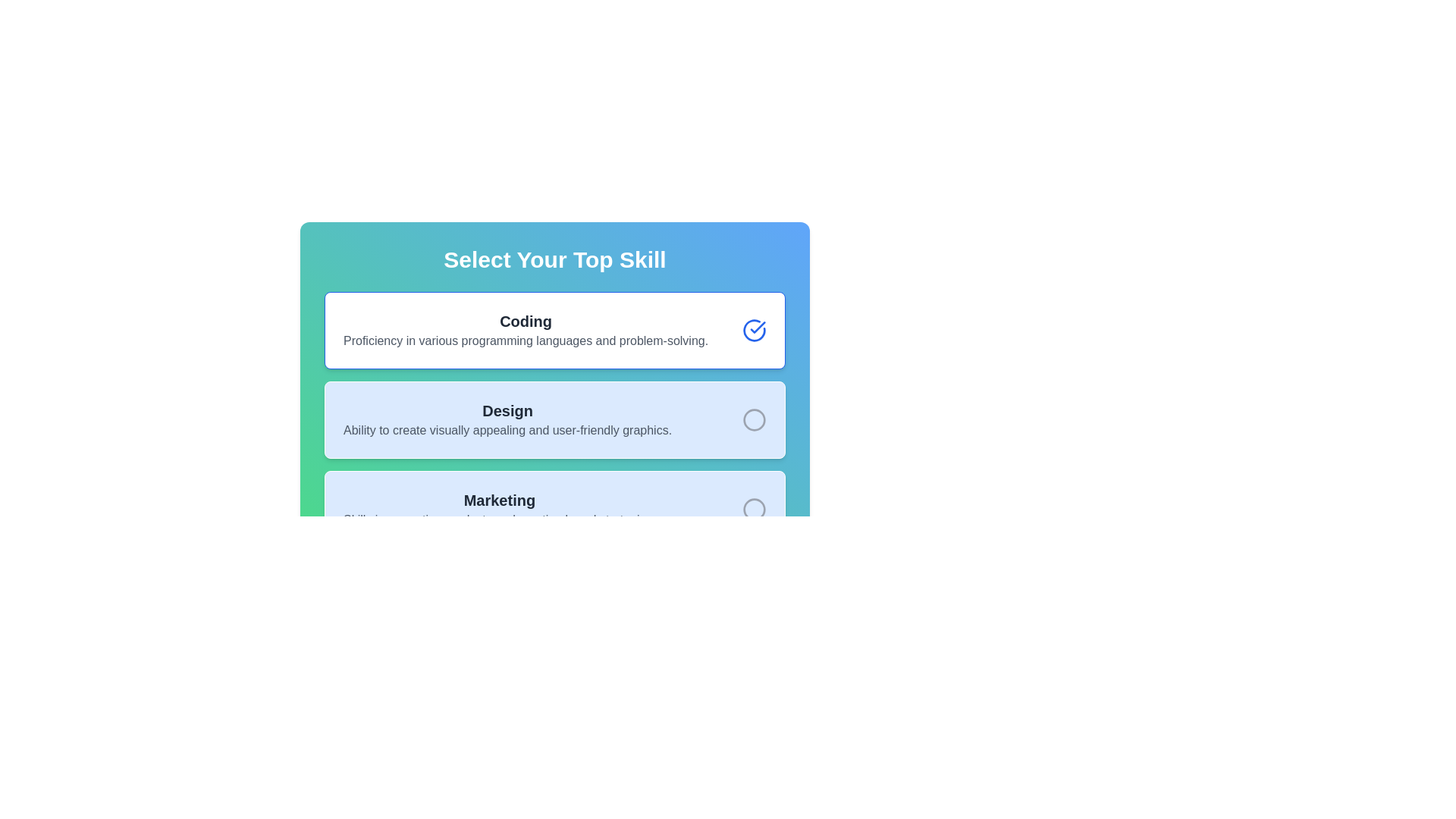  What do you see at coordinates (754, 509) in the screenshot?
I see `the circular graphical icon styled as an outline with a gray color located towards the right edge of the 'Marketing' skill selection box` at bounding box center [754, 509].